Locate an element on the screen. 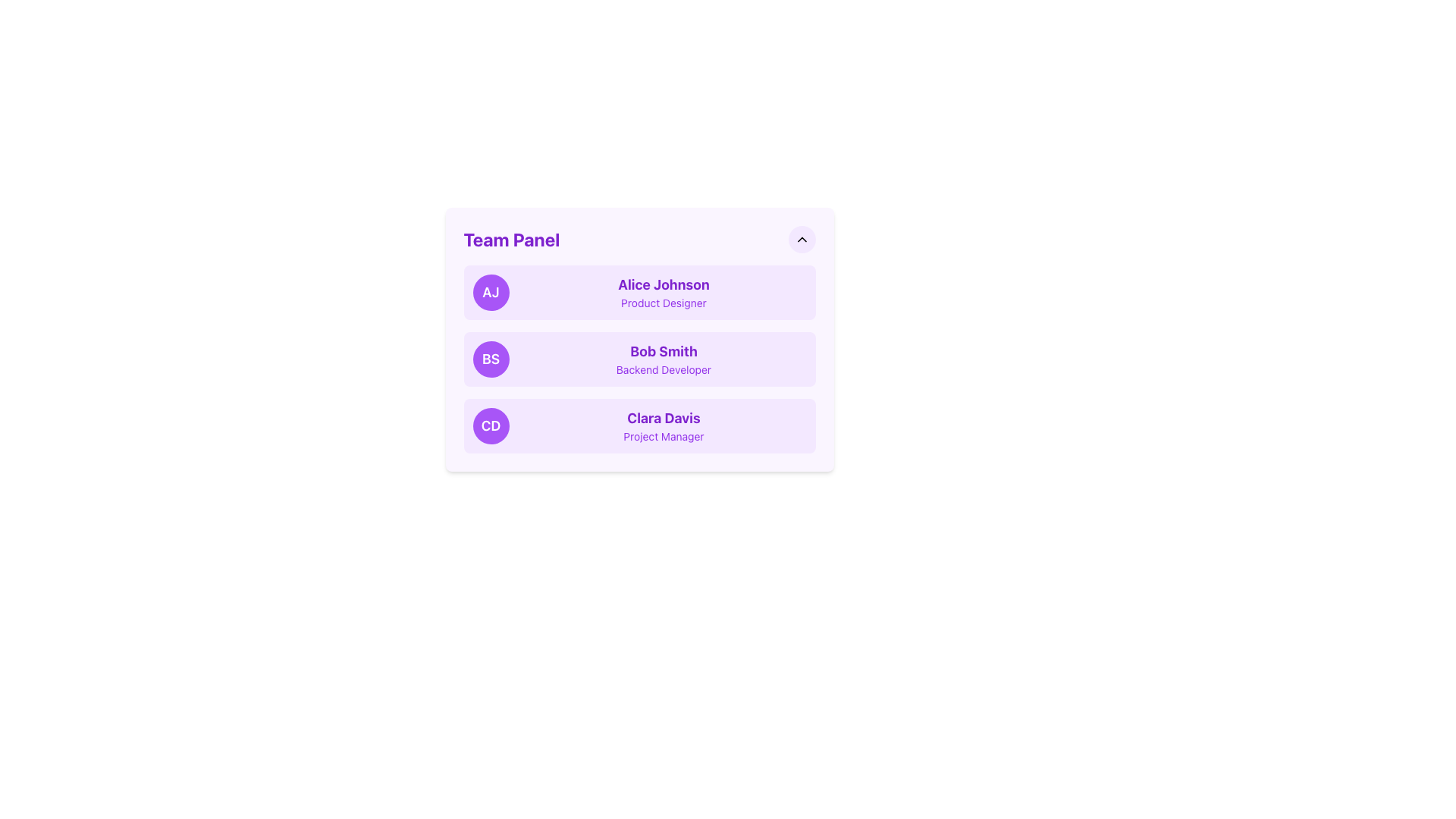 This screenshot has height=819, width=1456. the text display element that shows the name and role of a team member is located at coordinates (664, 292).